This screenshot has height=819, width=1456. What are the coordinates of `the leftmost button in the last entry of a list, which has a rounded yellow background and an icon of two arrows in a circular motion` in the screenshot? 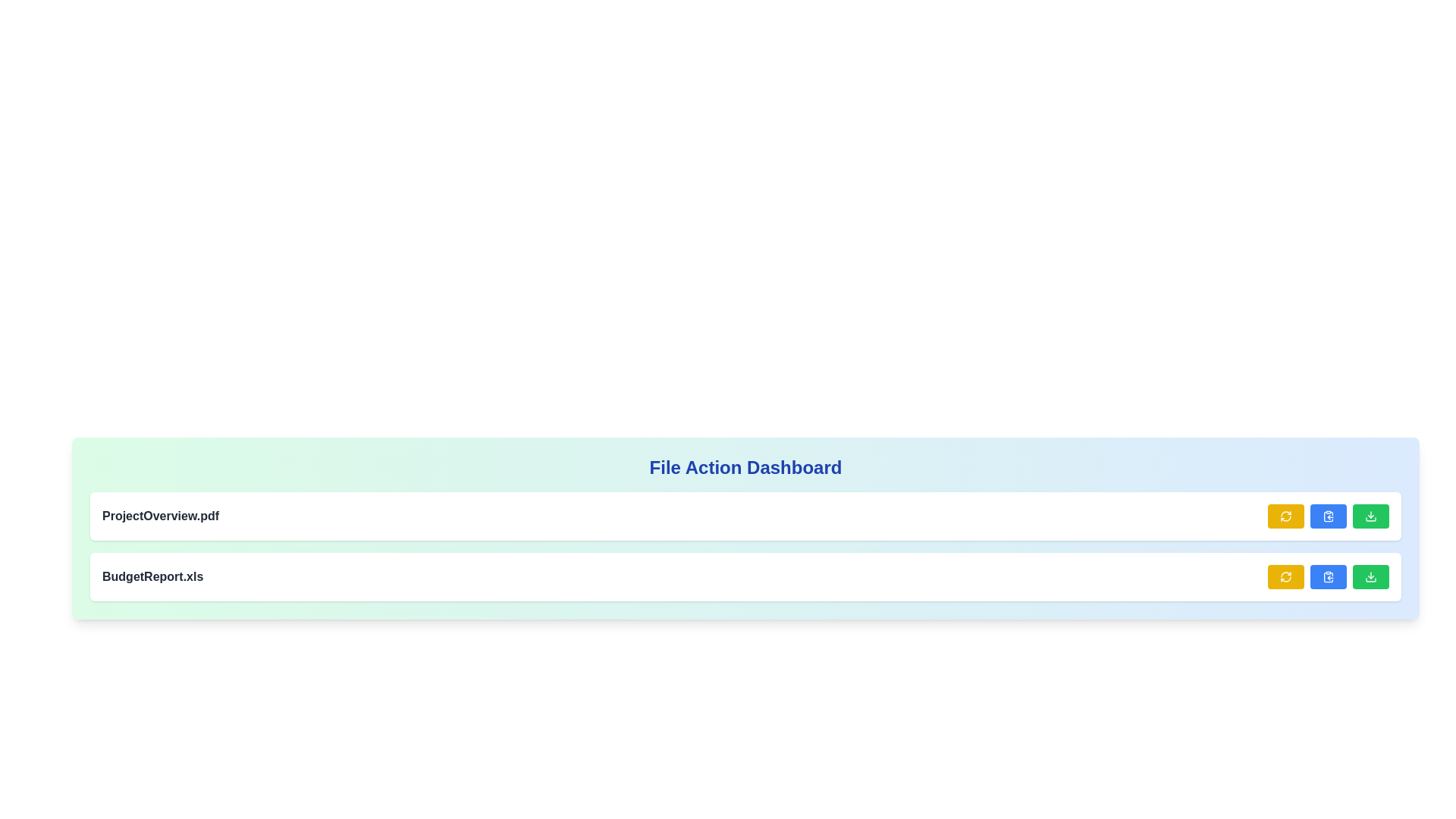 It's located at (1285, 576).